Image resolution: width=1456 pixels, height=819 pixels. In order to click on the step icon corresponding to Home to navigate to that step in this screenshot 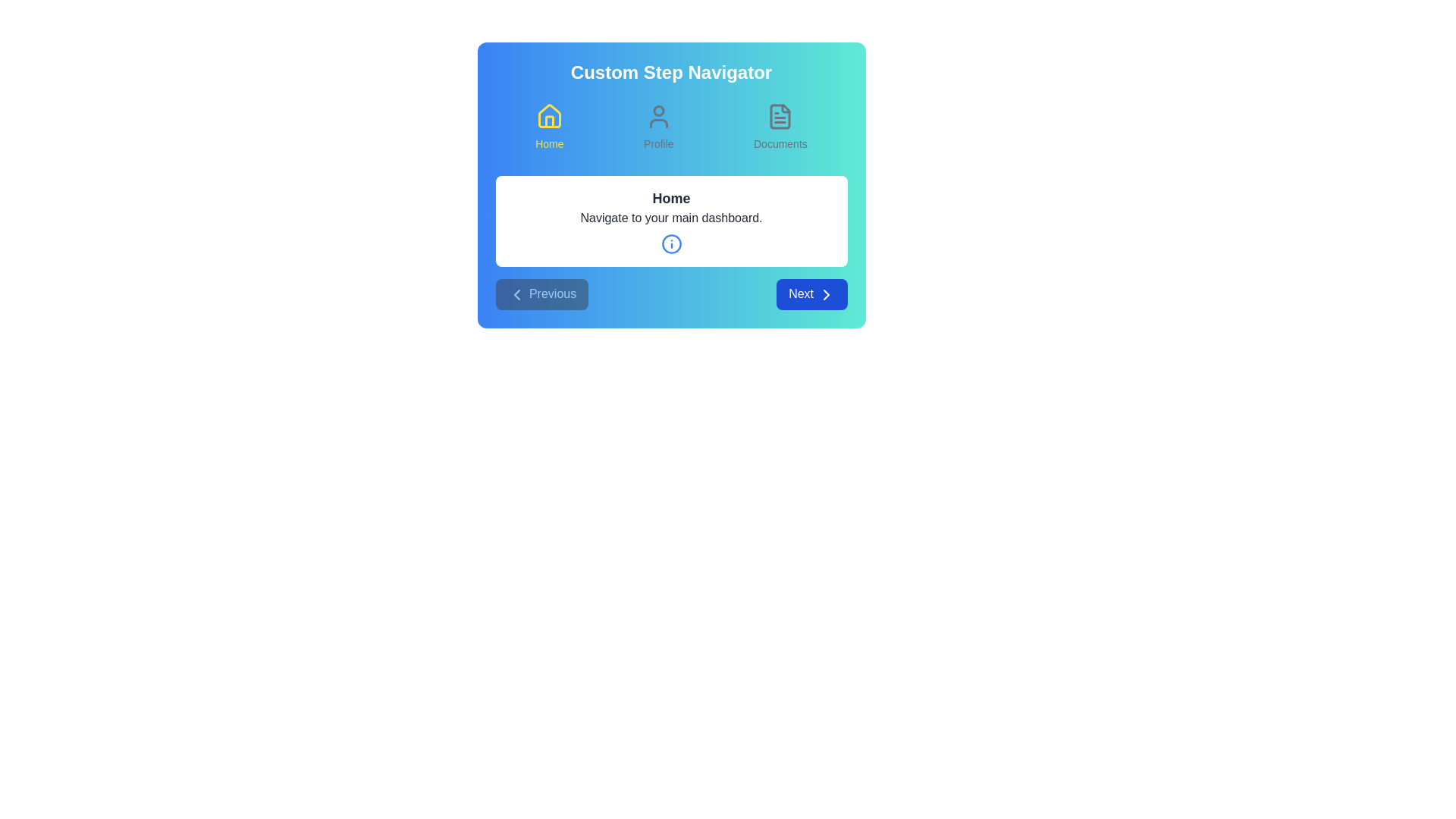, I will do `click(548, 127)`.